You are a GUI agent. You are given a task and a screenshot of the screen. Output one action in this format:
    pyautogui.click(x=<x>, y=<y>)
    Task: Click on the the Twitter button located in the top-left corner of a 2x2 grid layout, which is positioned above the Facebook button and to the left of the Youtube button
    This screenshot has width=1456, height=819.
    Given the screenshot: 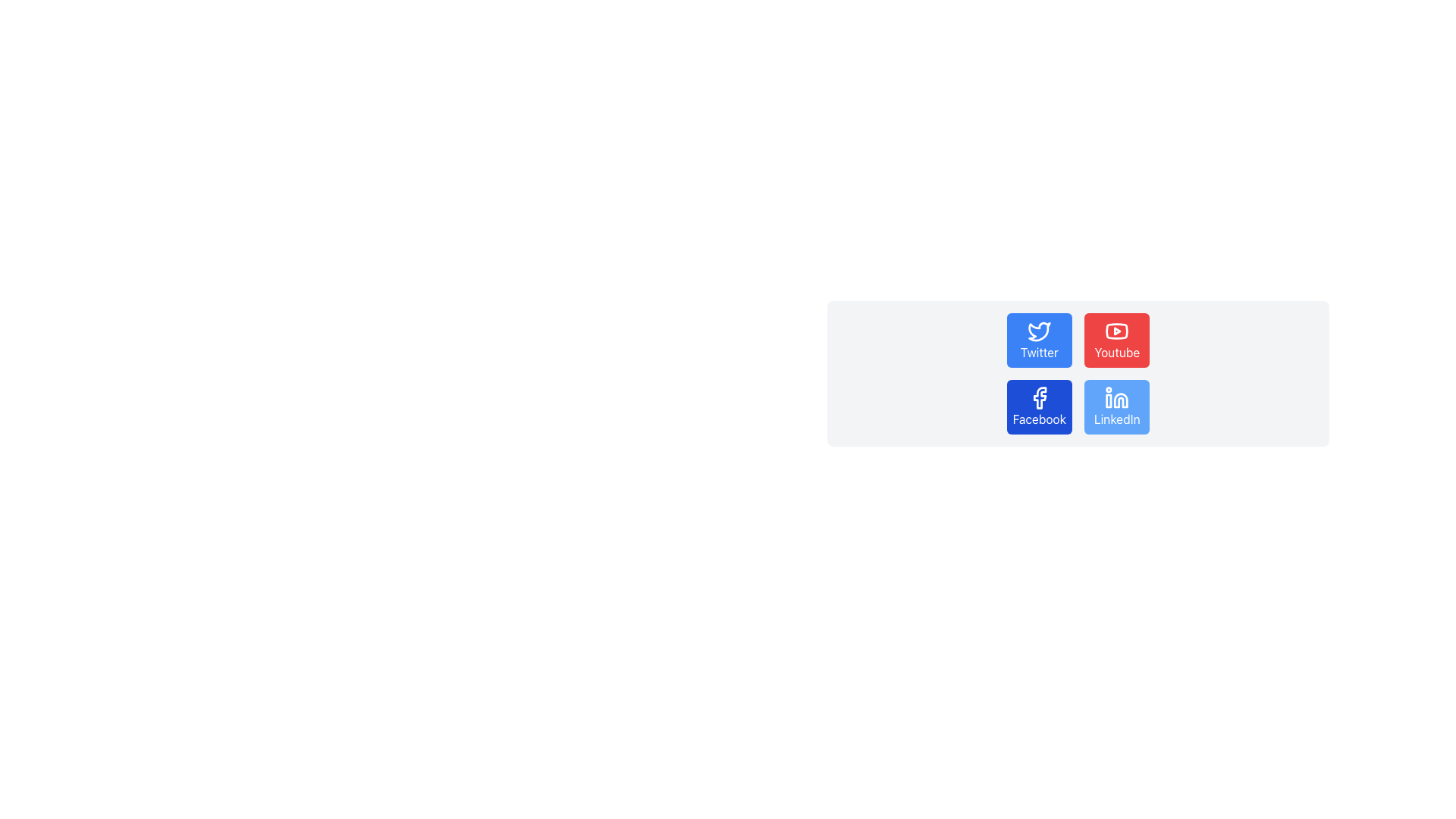 What is the action you would take?
    pyautogui.click(x=1037, y=339)
    